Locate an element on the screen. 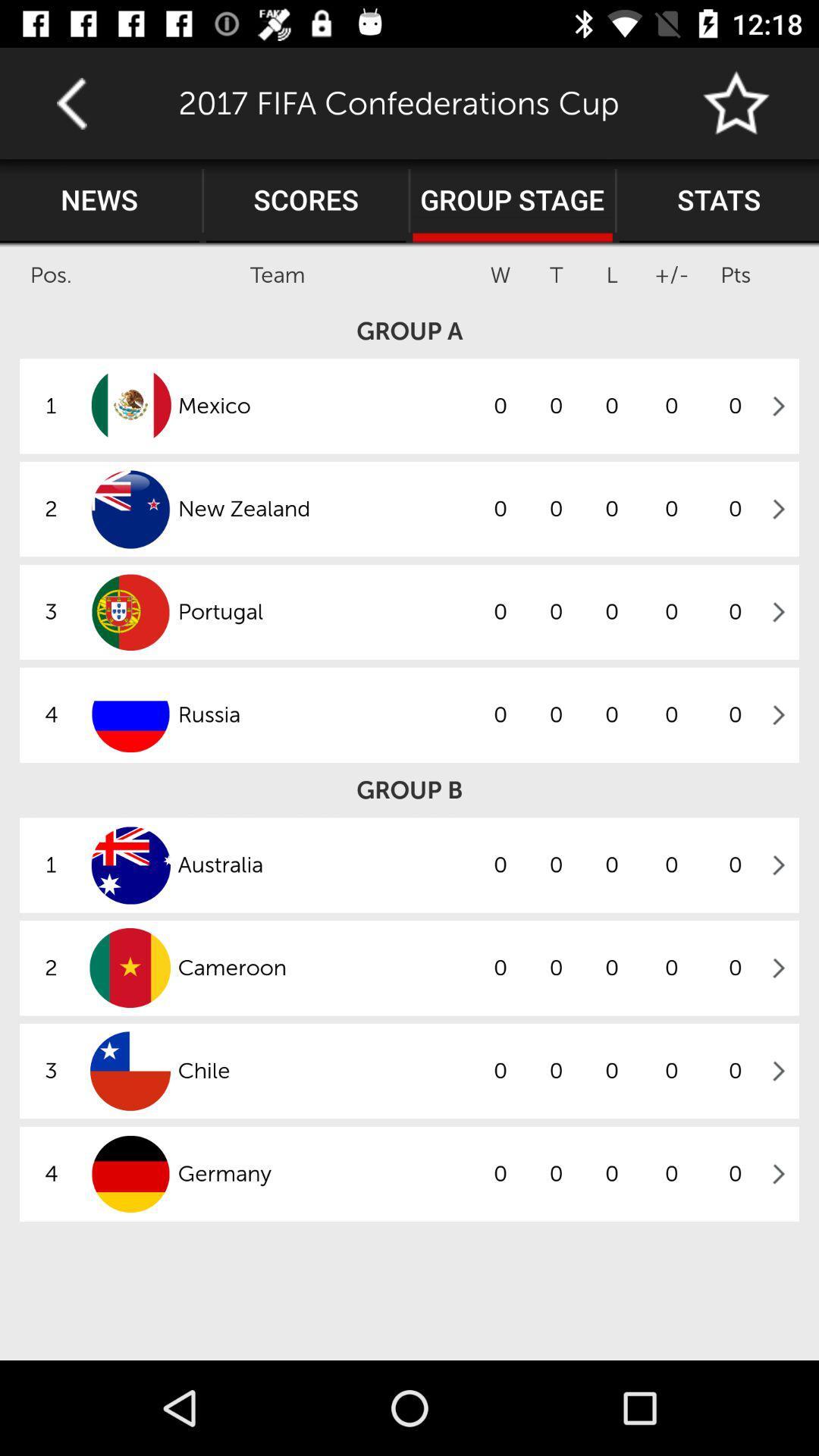  the icon to the right of 2017 fifa confederations is located at coordinates (736, 102).